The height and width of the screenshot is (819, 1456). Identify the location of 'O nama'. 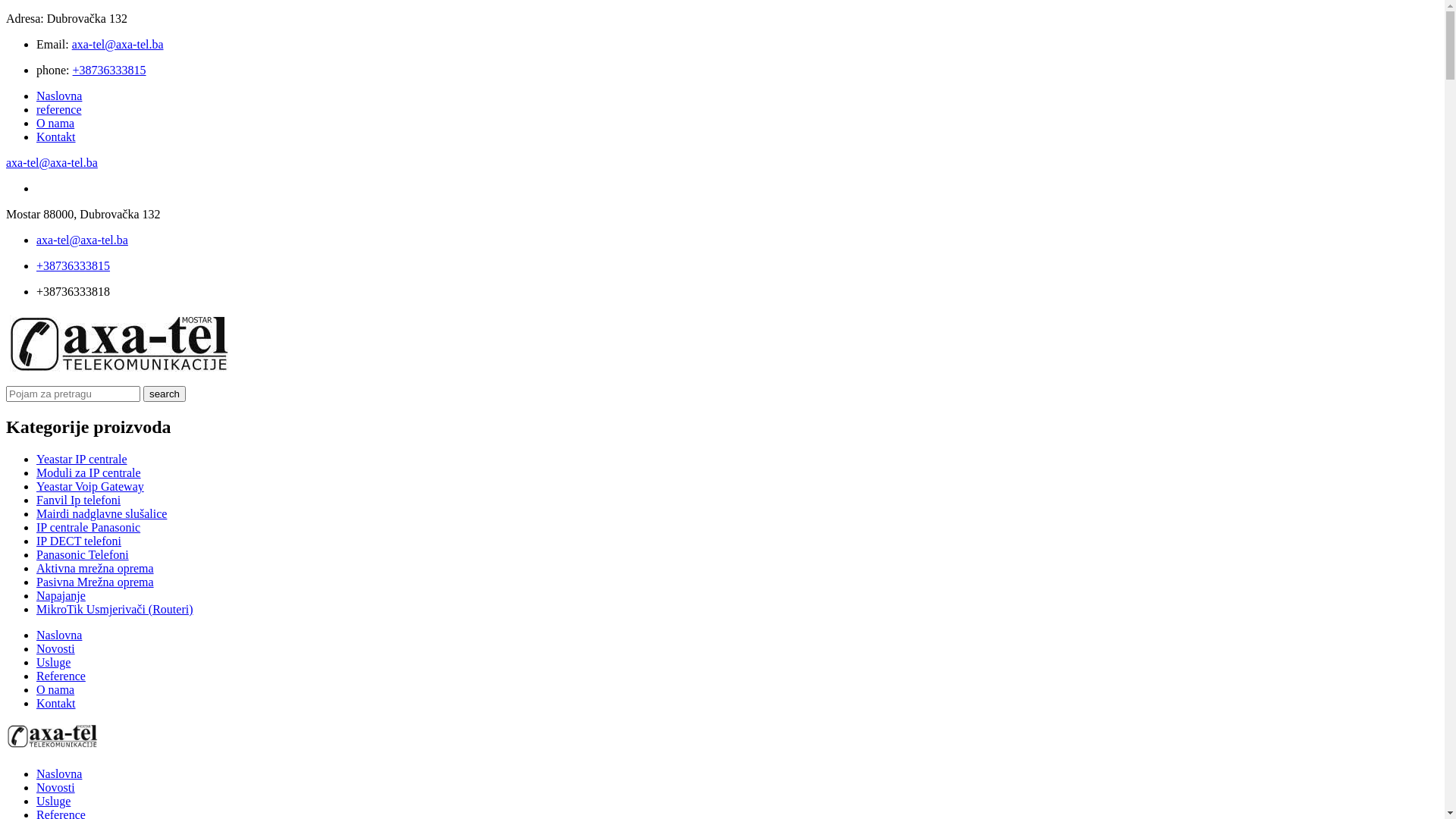
(36, 689).